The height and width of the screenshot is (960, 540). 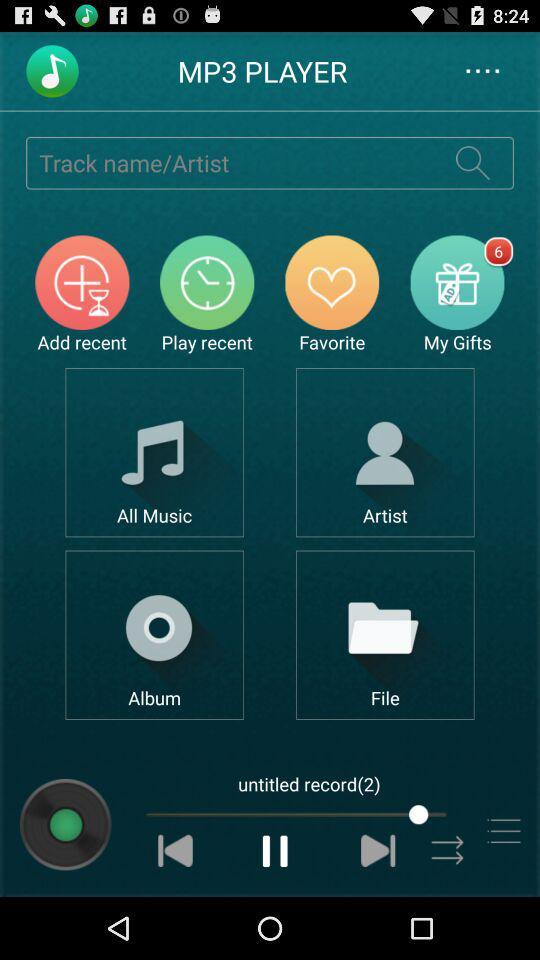 I want to click on open playlist, so click(x=502, y=831).